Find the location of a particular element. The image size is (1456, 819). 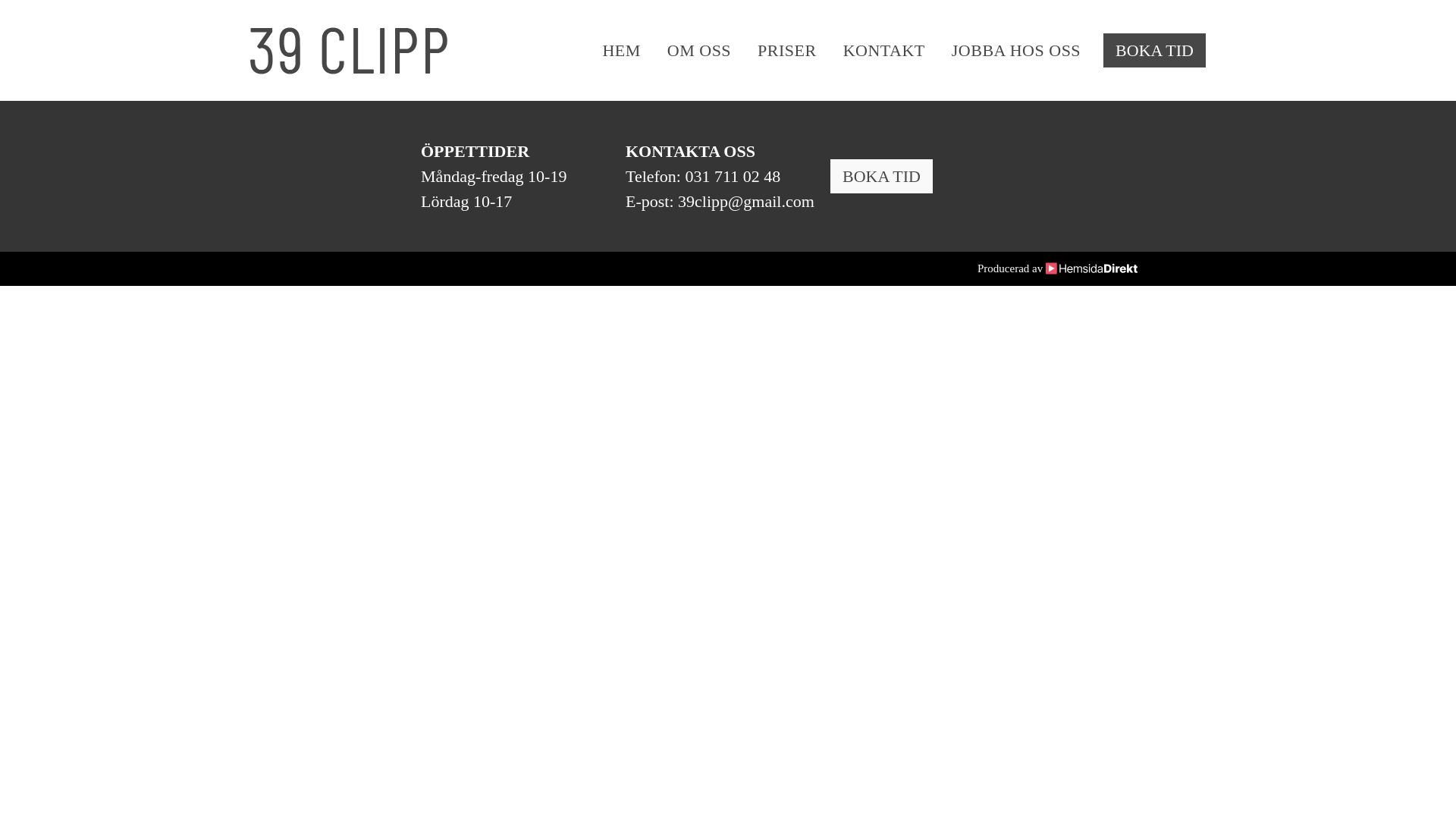

'KONTAKT' is located at coordinates (871, 49).